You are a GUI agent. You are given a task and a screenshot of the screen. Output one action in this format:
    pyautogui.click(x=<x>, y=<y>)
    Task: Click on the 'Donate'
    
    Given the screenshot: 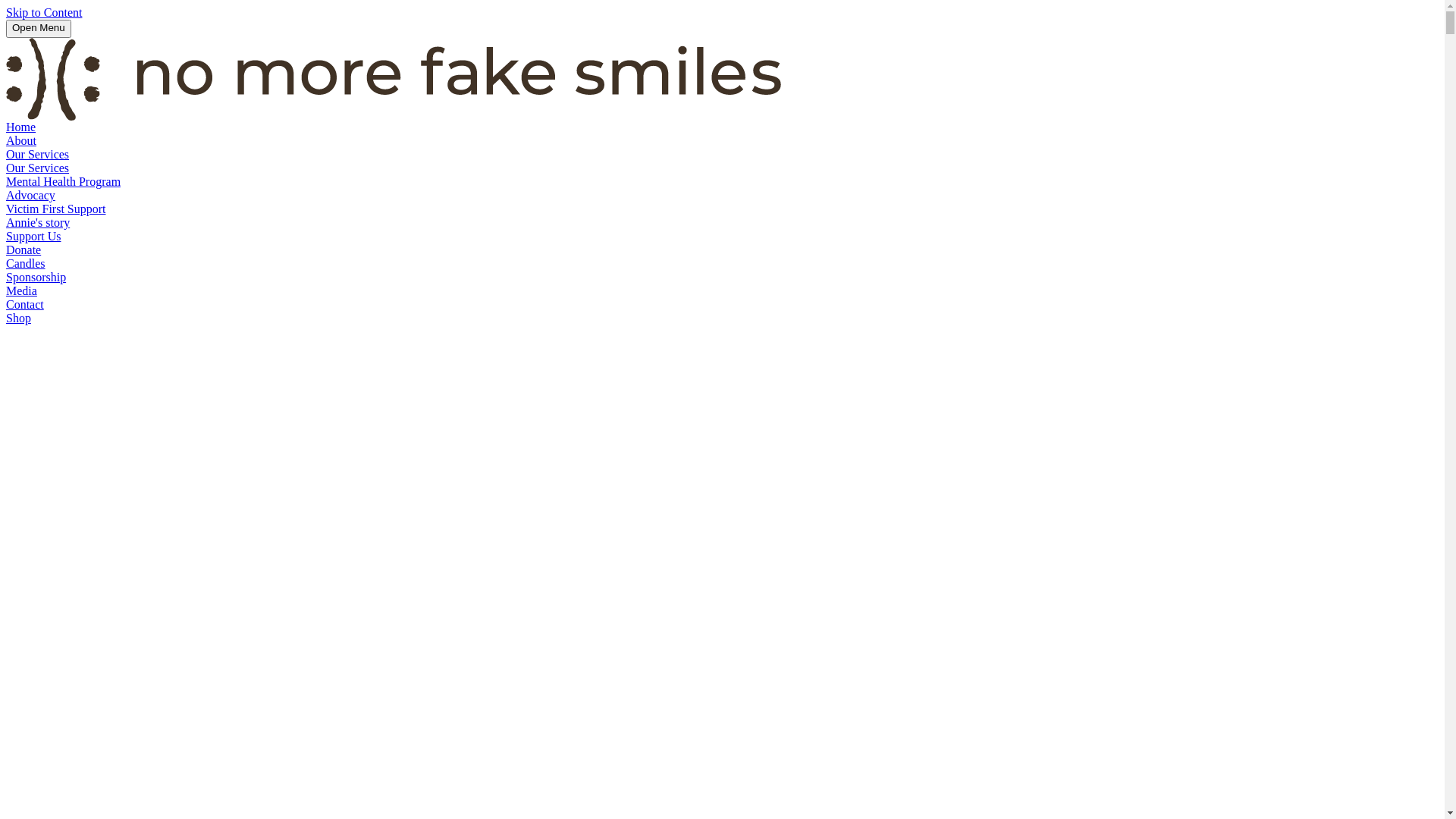 What is the action you would take?
    pyautogui.click(x=6, y=249)
    